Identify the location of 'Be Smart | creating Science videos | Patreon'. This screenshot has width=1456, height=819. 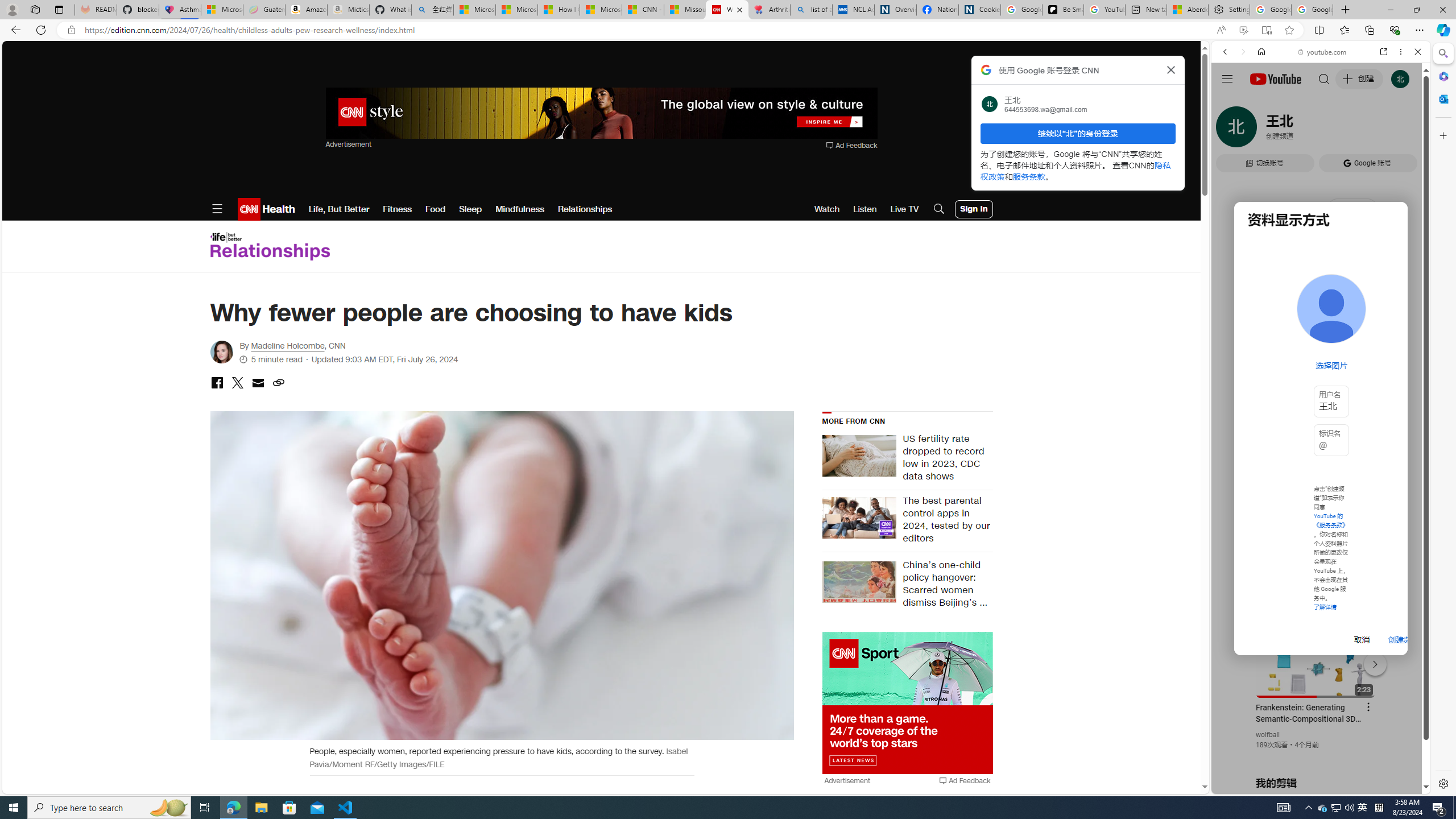
(1062, 9).